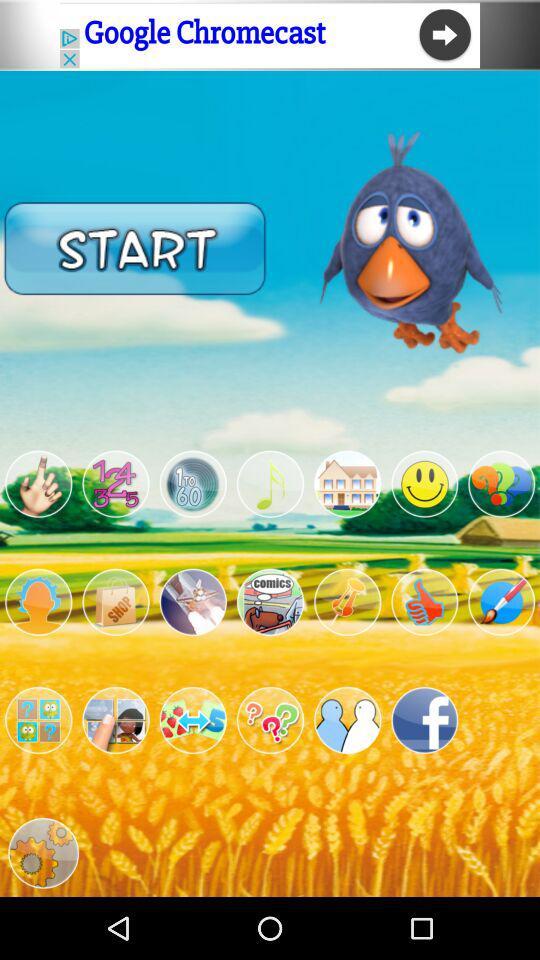  I want to click on the game is make mind very calm, so click(346, 601).